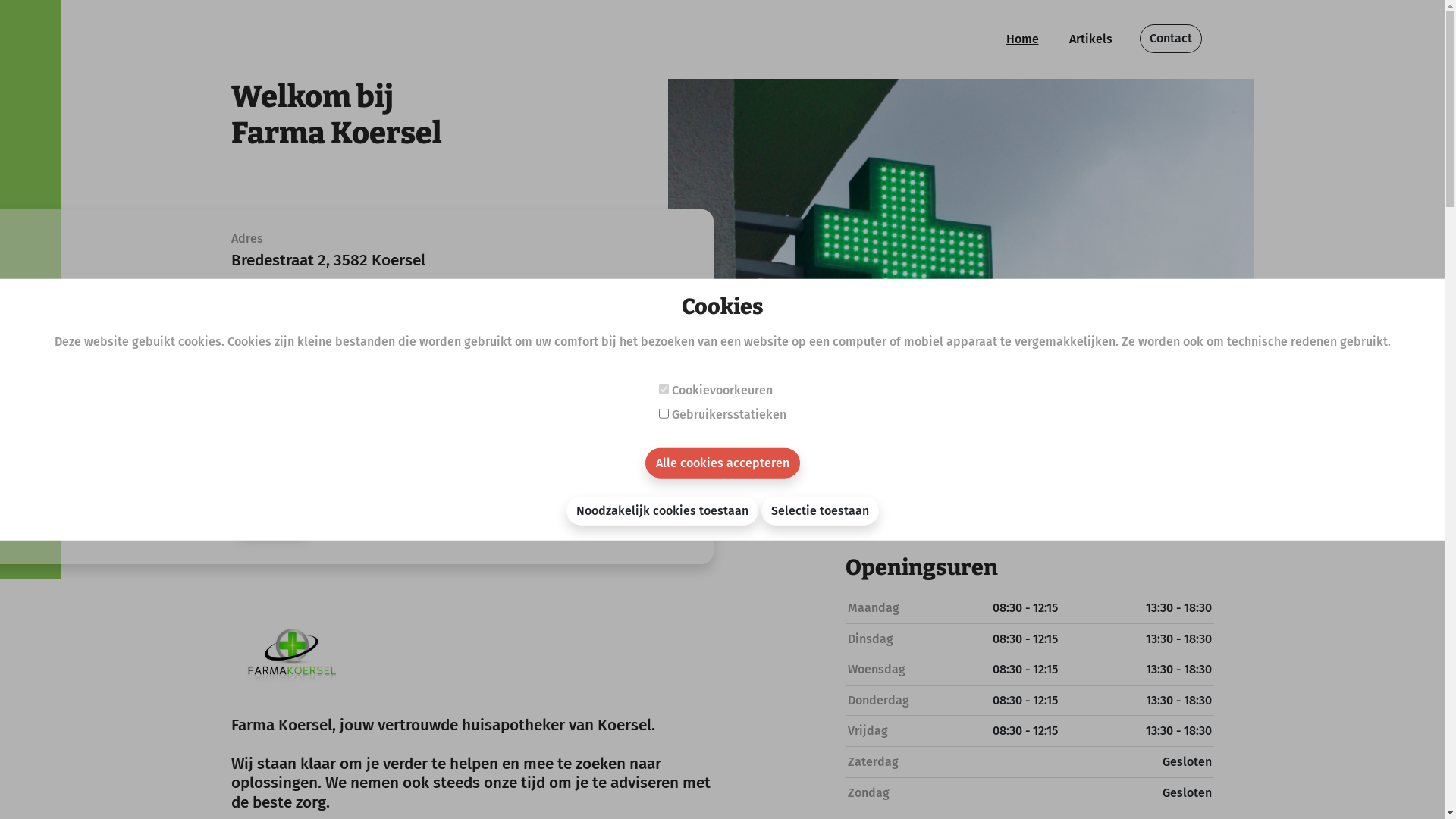 Image resolution: width=1456 pixels, height=819 pixels. I want to click on 'Noodzakelijk cookies toestaan', so click(661, 510).